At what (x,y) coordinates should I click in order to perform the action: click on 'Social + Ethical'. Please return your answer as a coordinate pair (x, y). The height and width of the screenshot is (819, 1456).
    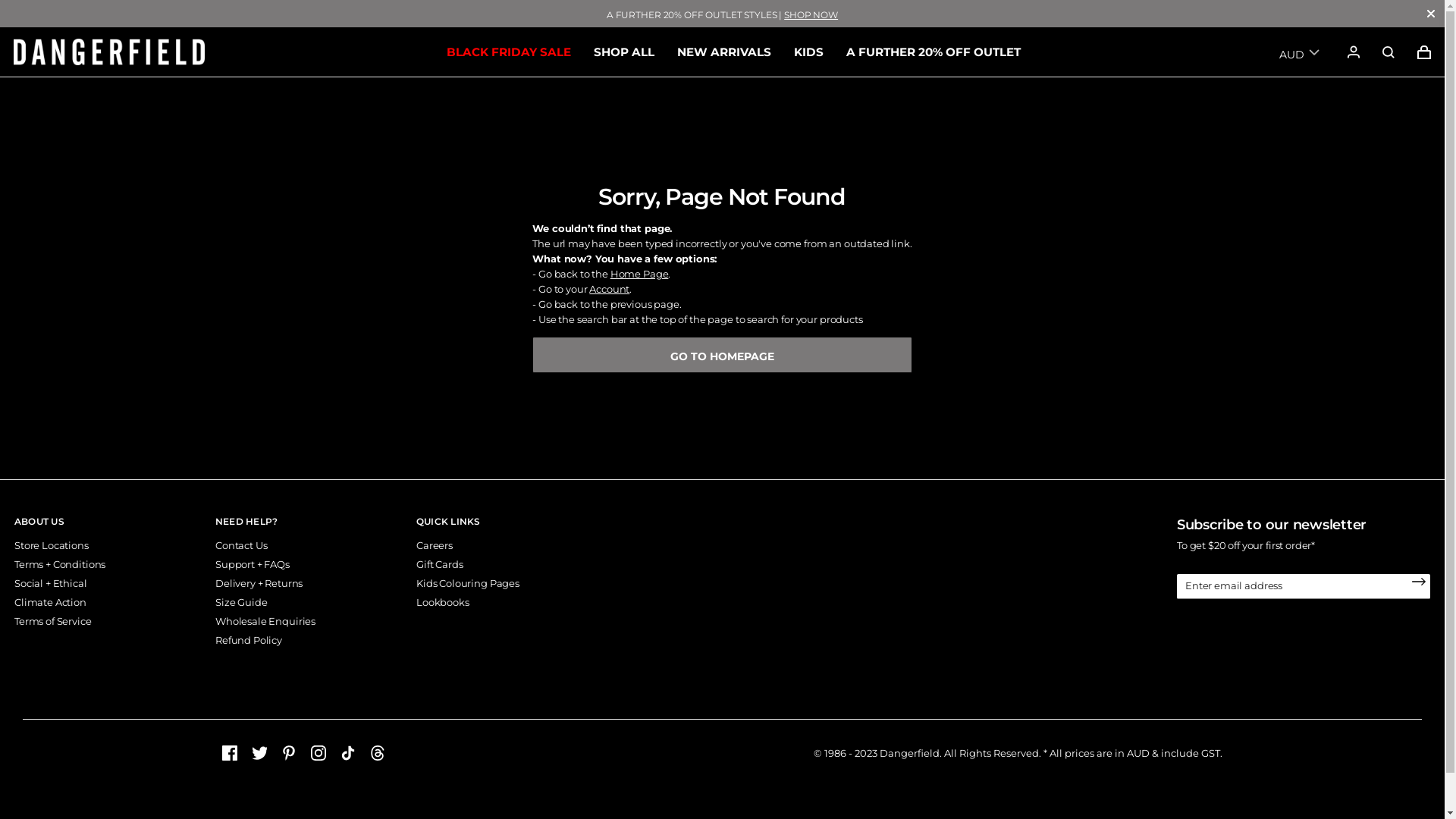
    Looking at the image, I should click on (51, 582).